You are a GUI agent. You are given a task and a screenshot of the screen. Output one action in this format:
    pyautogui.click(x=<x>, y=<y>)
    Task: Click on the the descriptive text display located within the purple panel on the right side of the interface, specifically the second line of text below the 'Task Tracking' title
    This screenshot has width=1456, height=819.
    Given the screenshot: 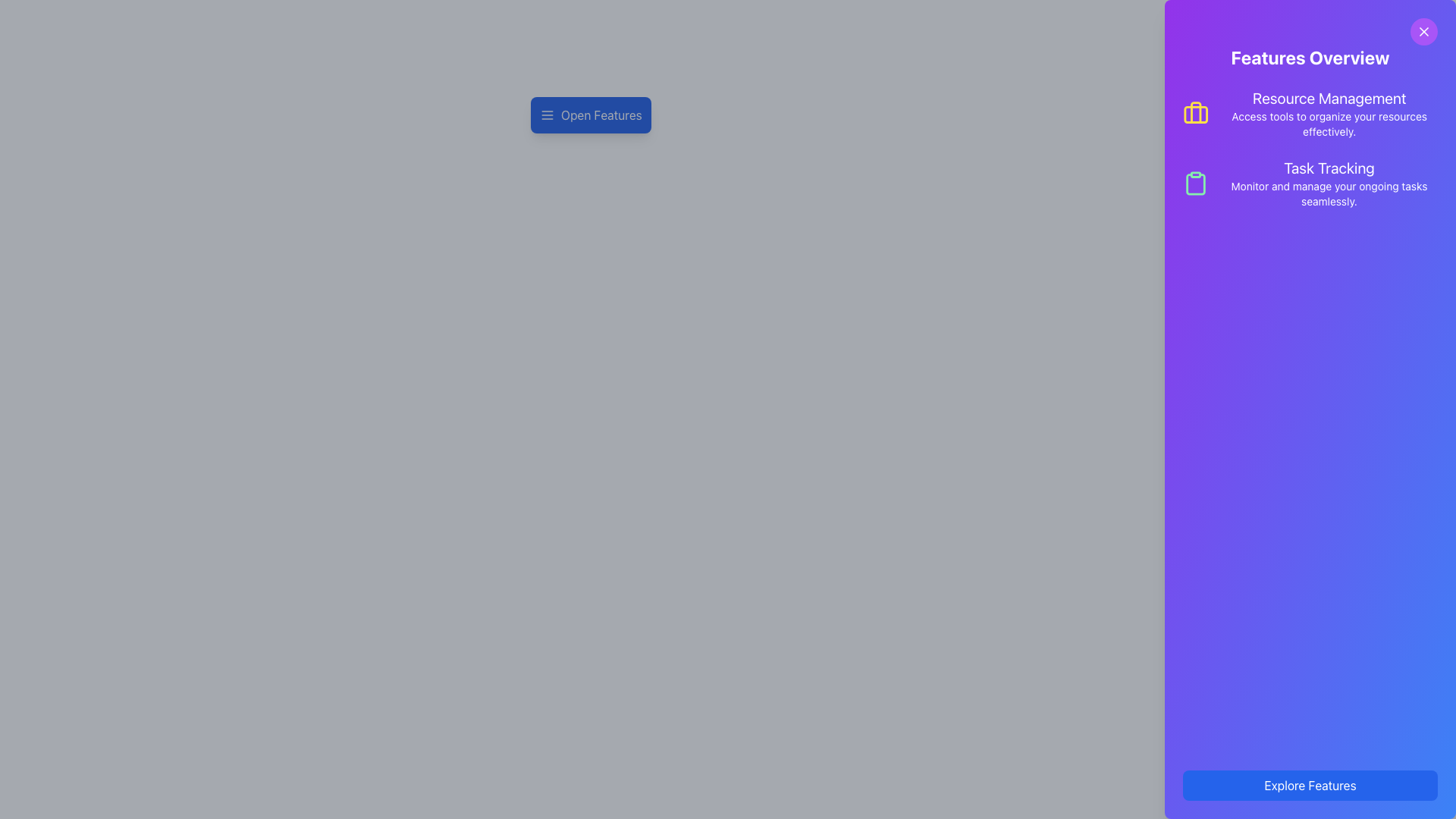 What is the action you would take?
    pyautogui.click(x=1328, y=193)
    